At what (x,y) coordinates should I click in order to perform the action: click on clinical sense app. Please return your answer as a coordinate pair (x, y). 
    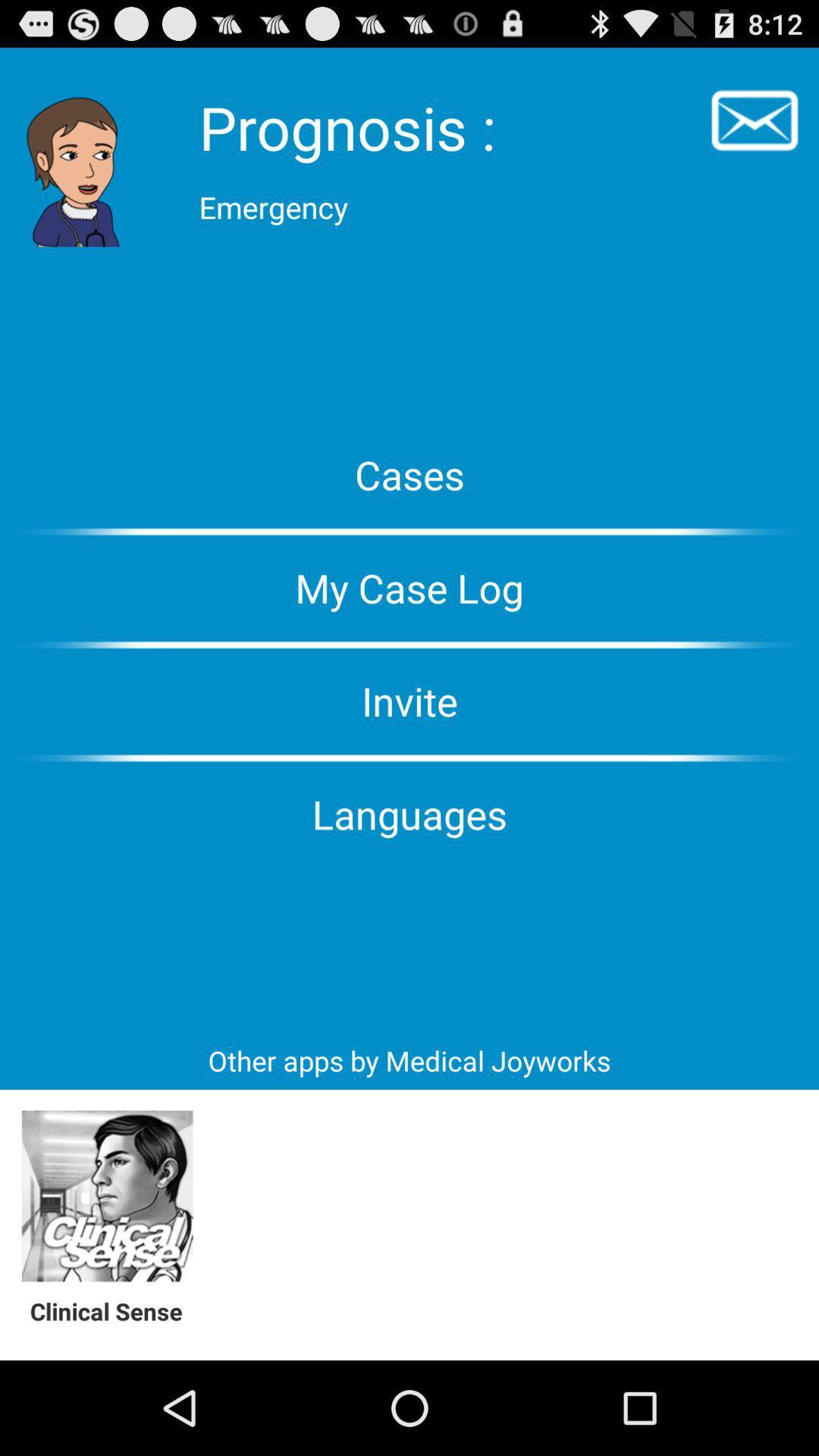
    Looking at the image, I should click on (106, 1196).